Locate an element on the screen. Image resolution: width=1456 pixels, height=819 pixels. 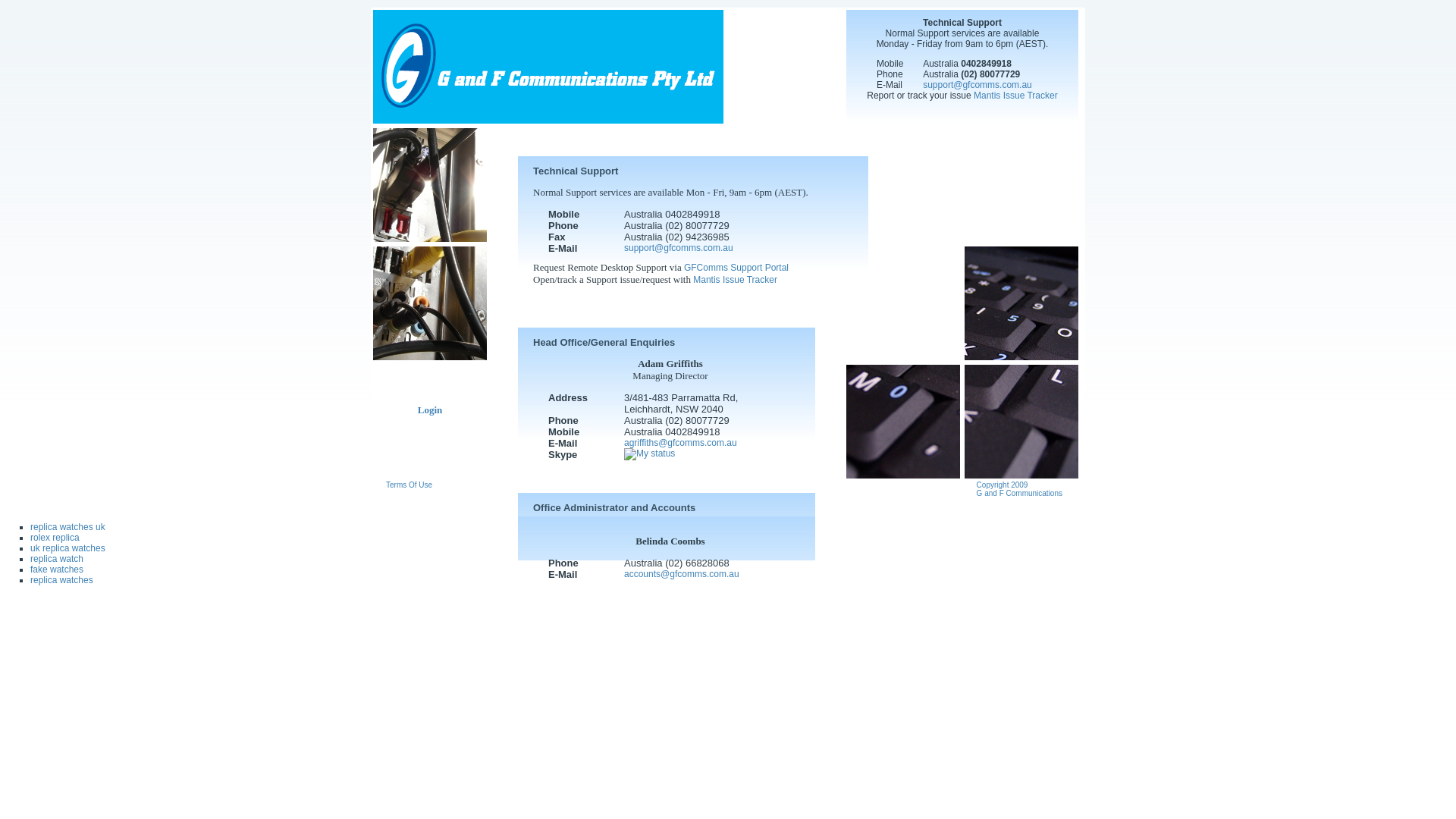
'agriffiths@gfcomms.com.au' is located at coordinates (679, 442).